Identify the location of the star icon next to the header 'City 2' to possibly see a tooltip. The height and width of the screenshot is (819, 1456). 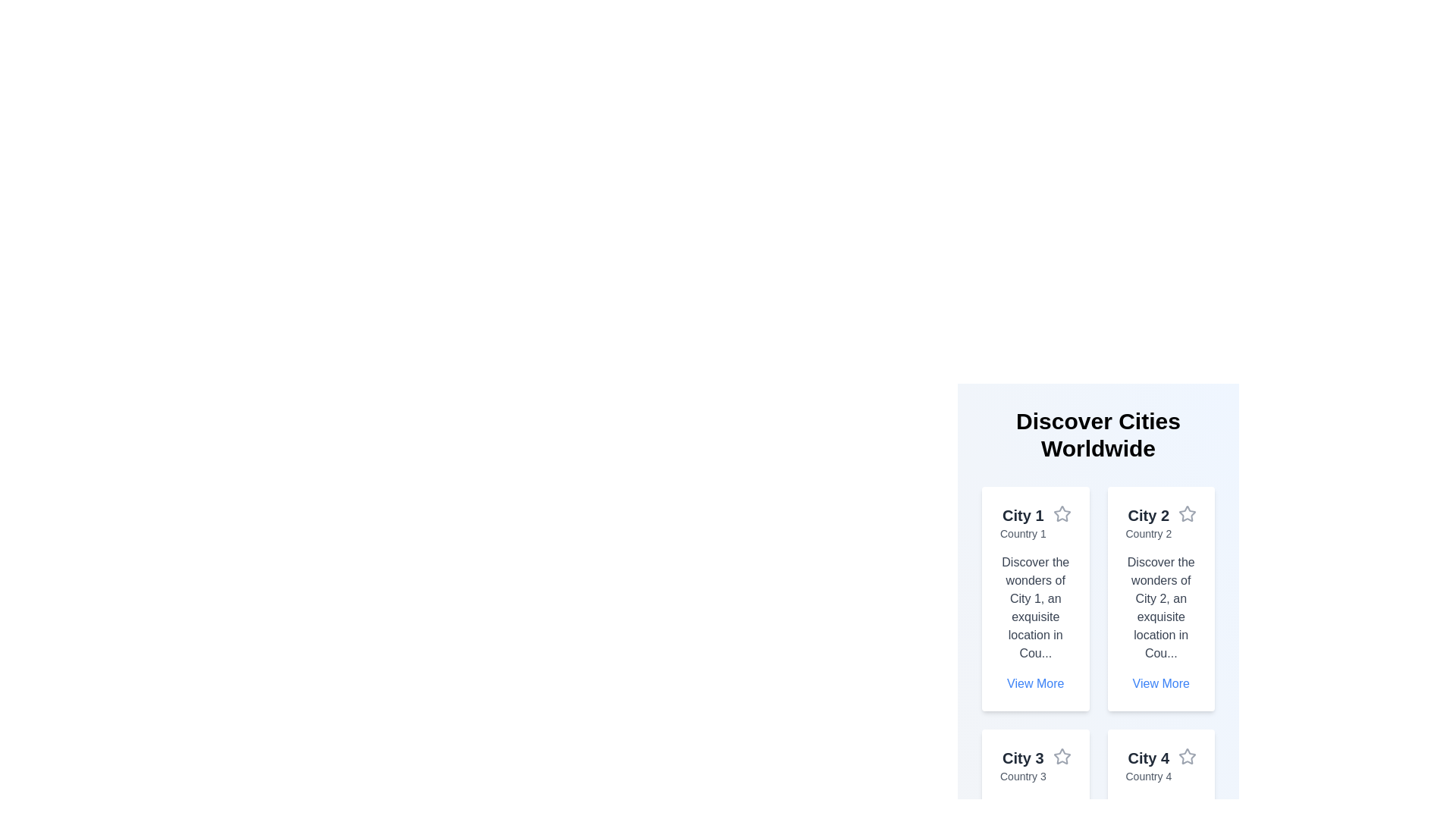
(1186, 513).